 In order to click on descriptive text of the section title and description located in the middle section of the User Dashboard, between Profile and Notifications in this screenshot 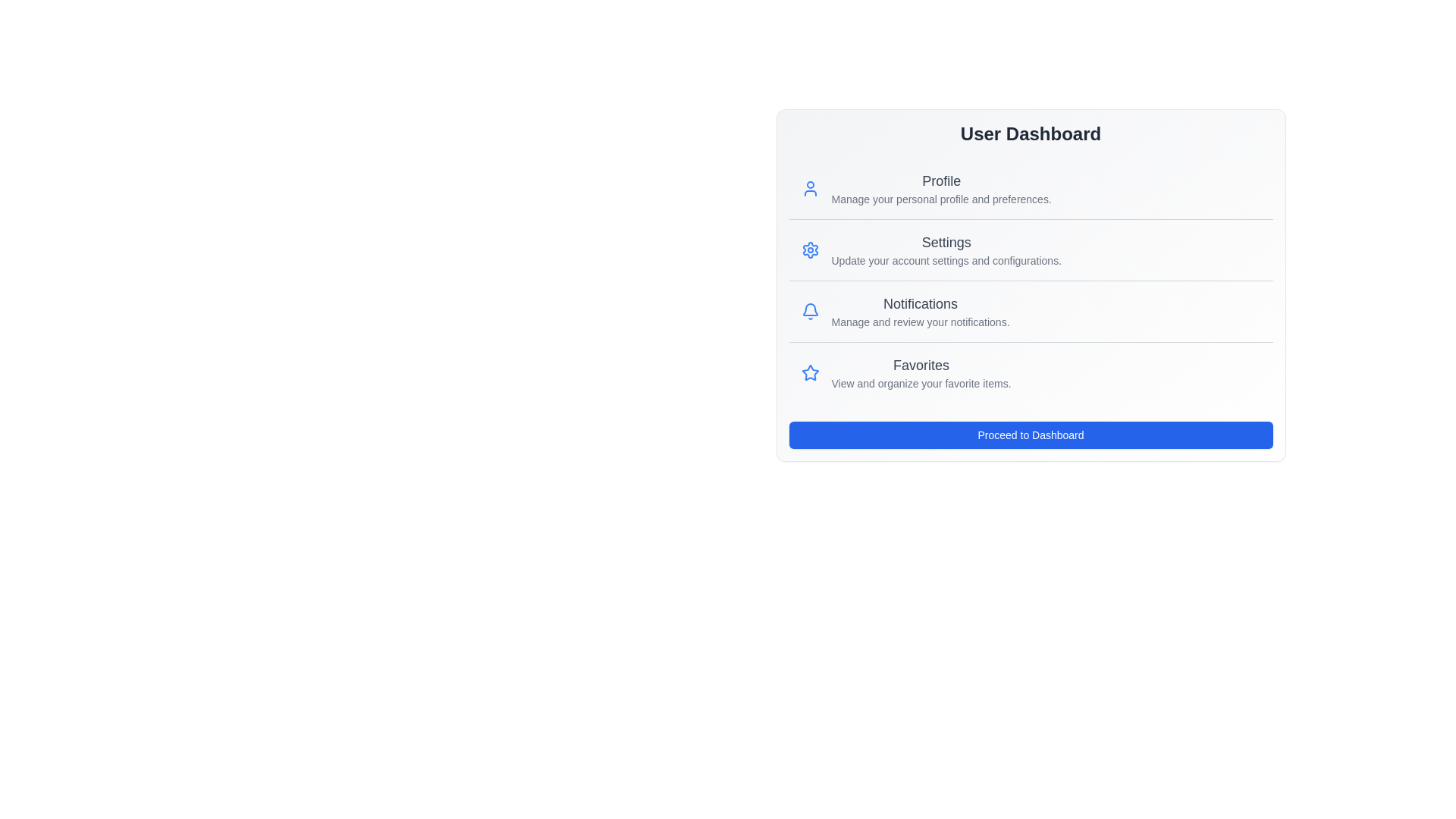, I will do `click(946, 249)`.